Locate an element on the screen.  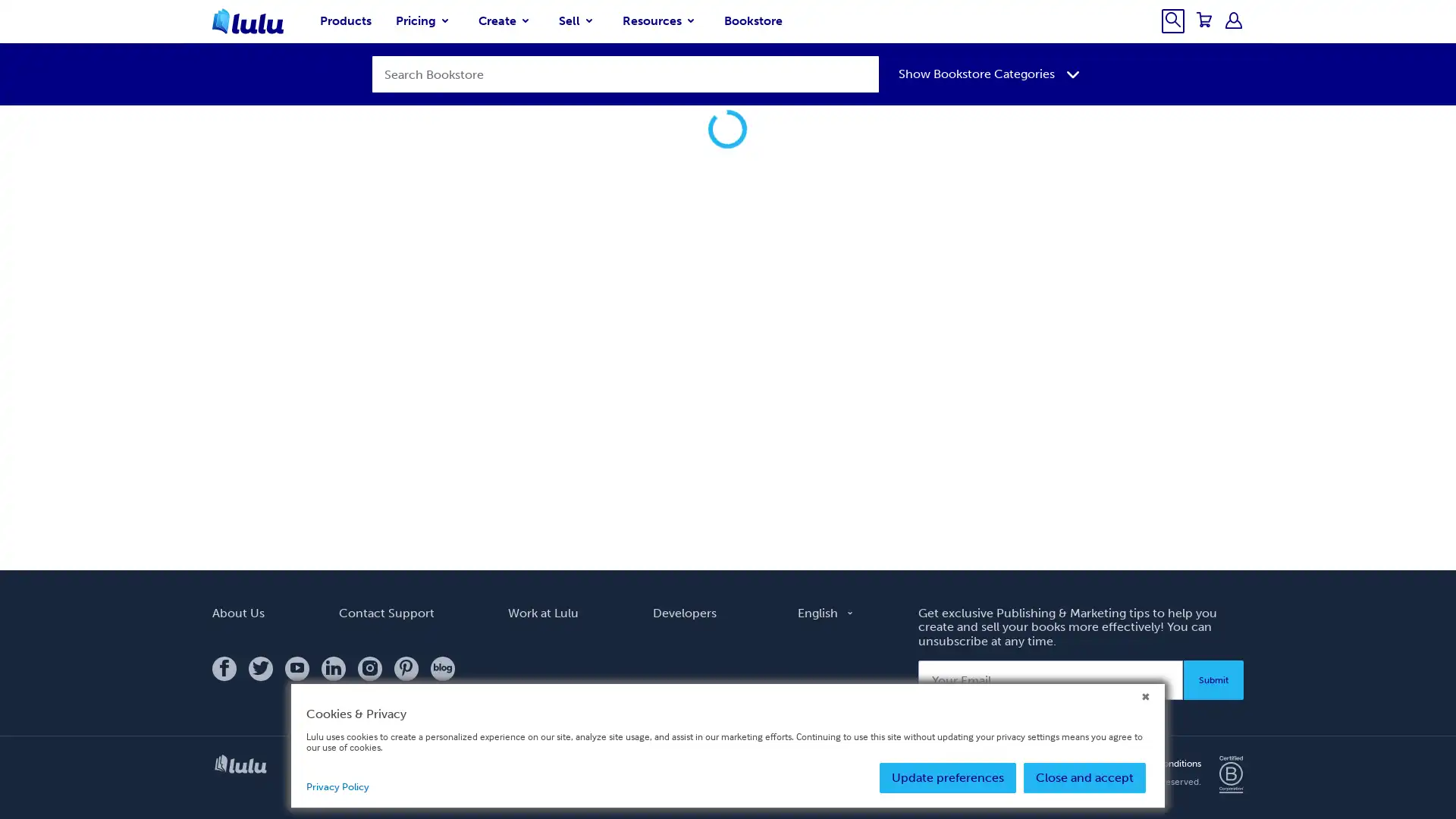
First page is located at coordinates (1084, 464).